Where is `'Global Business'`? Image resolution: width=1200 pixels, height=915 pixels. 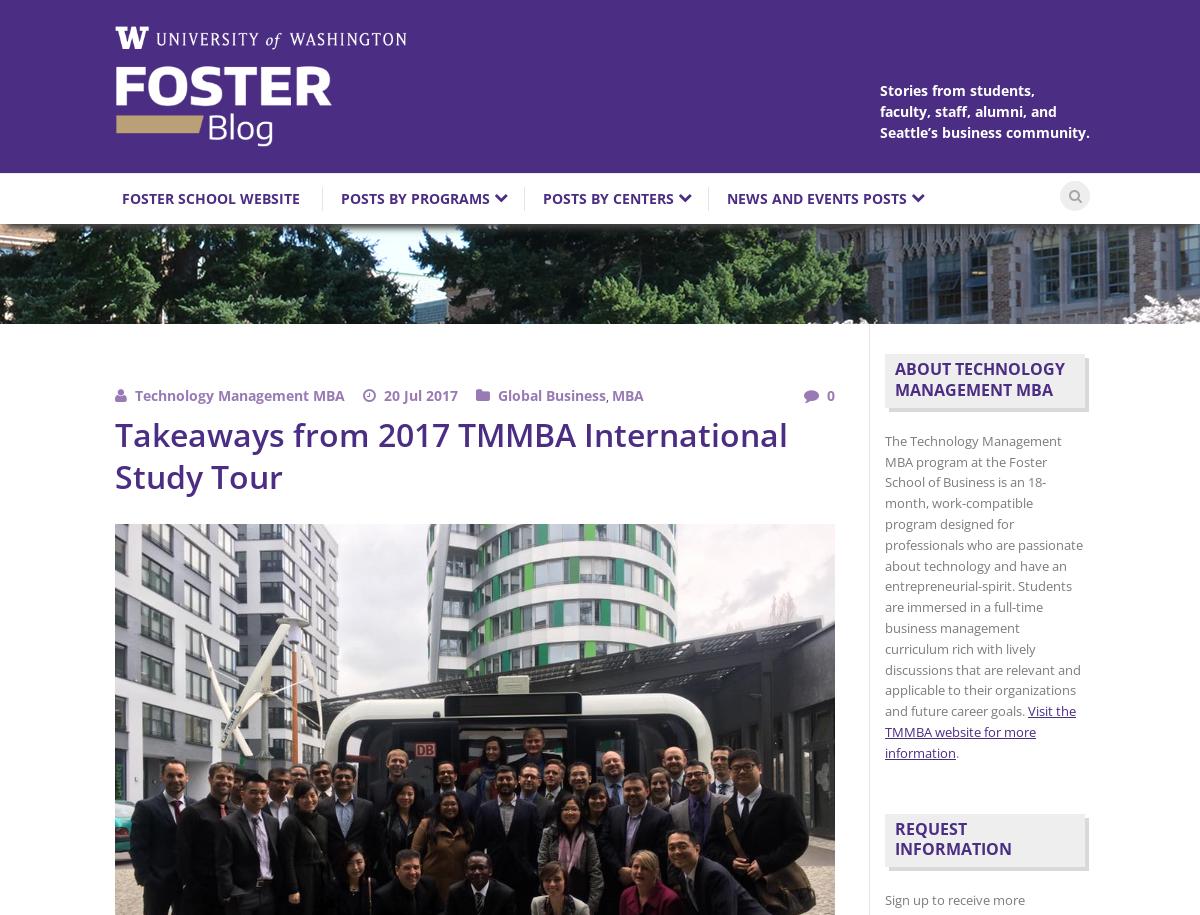
'Global Business' is located at coordinates (551, 394).